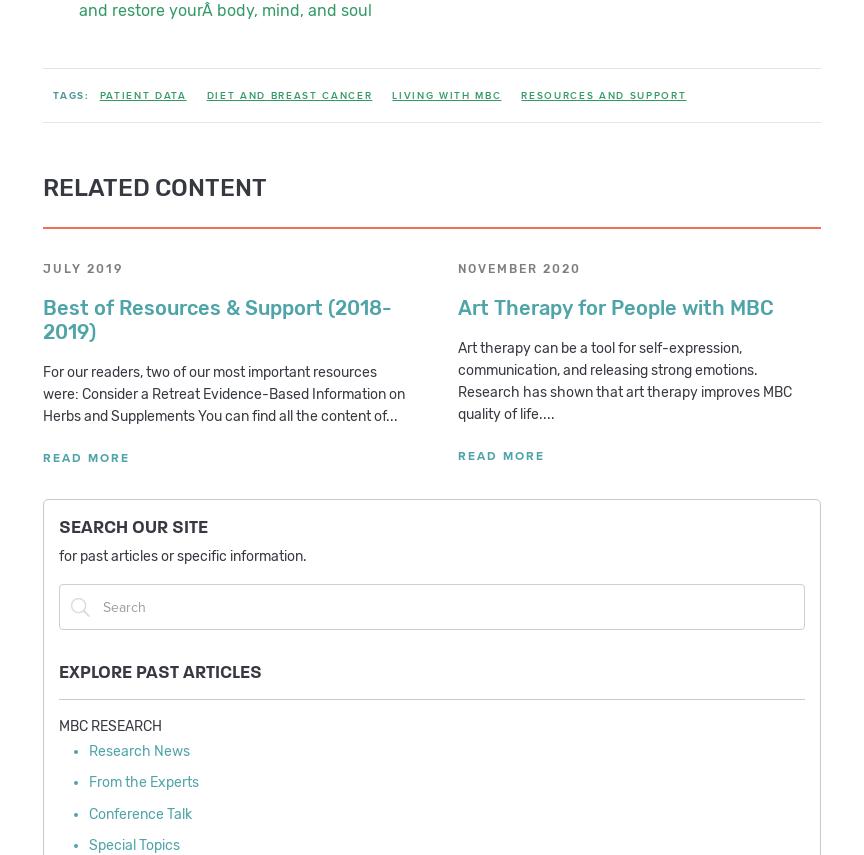 The height and width of the screenshot is (855, 864). What do you see at coordinates (519, 268) in the screenshot?
I see `'November 2020'` at bounding box center [519, 268].